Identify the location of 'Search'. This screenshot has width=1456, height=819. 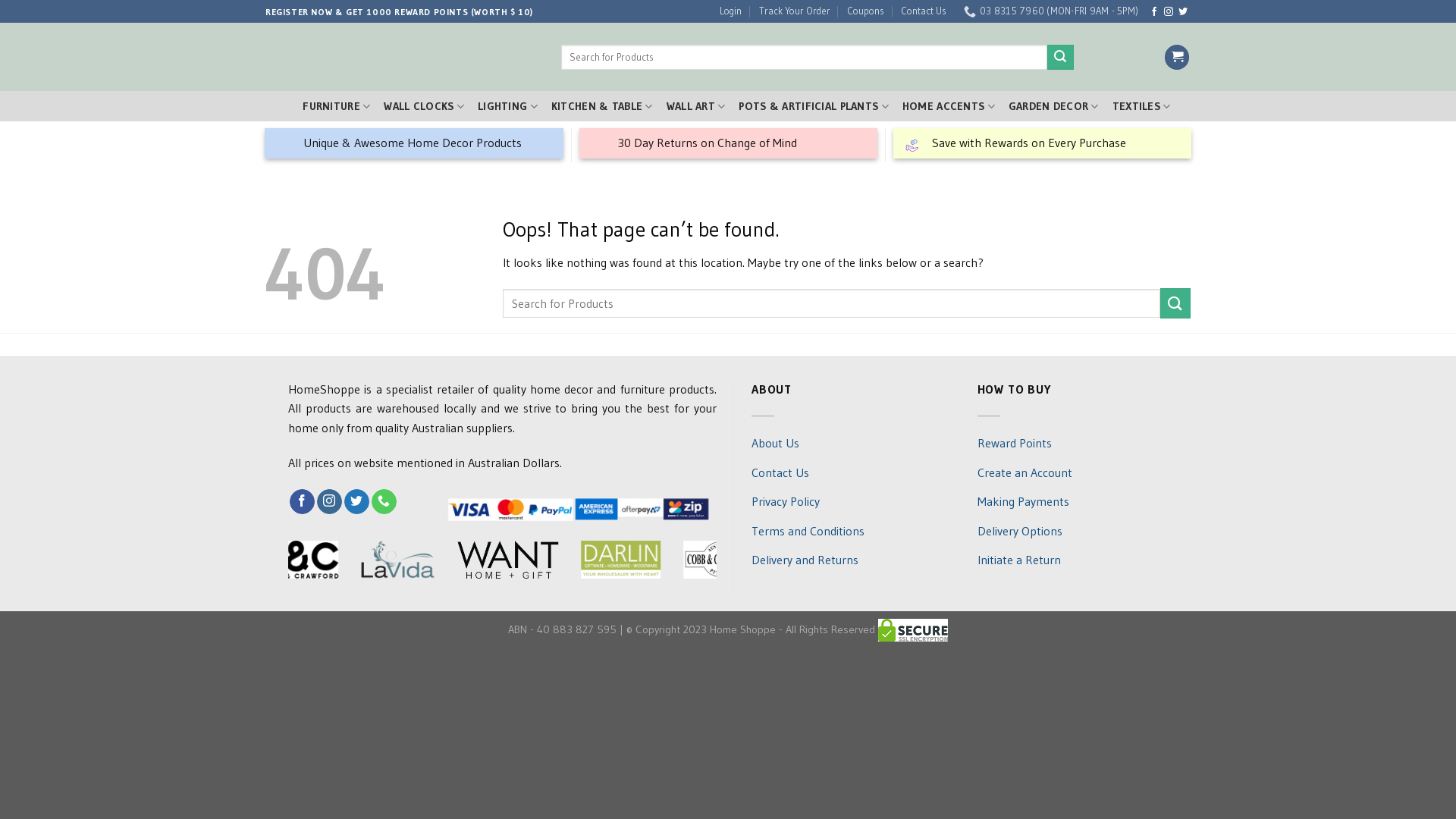
(1040, 57).